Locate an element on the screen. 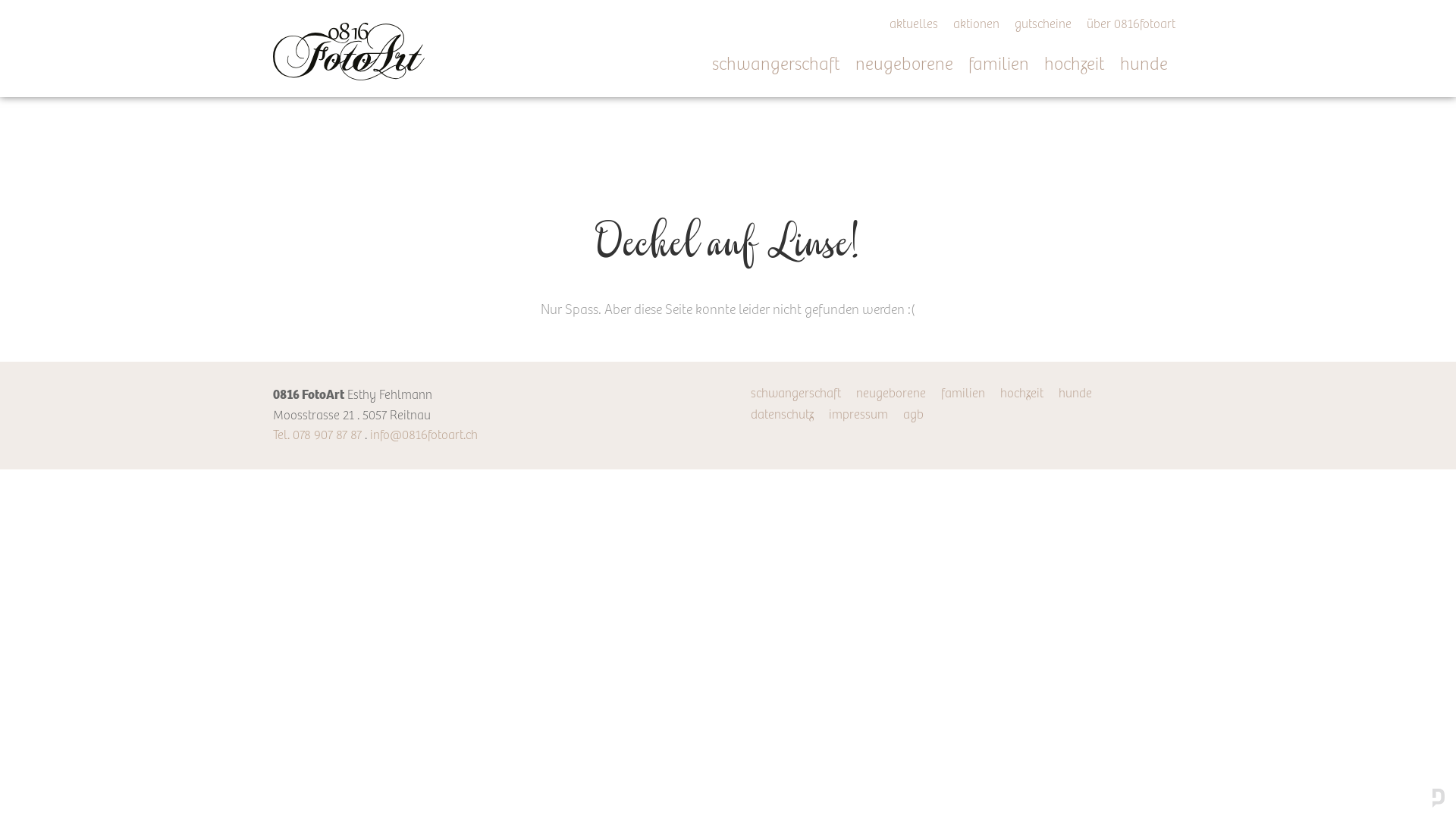 The image size is (1456, 819). 'hochzeit' is located at coordinates (1081, 64).